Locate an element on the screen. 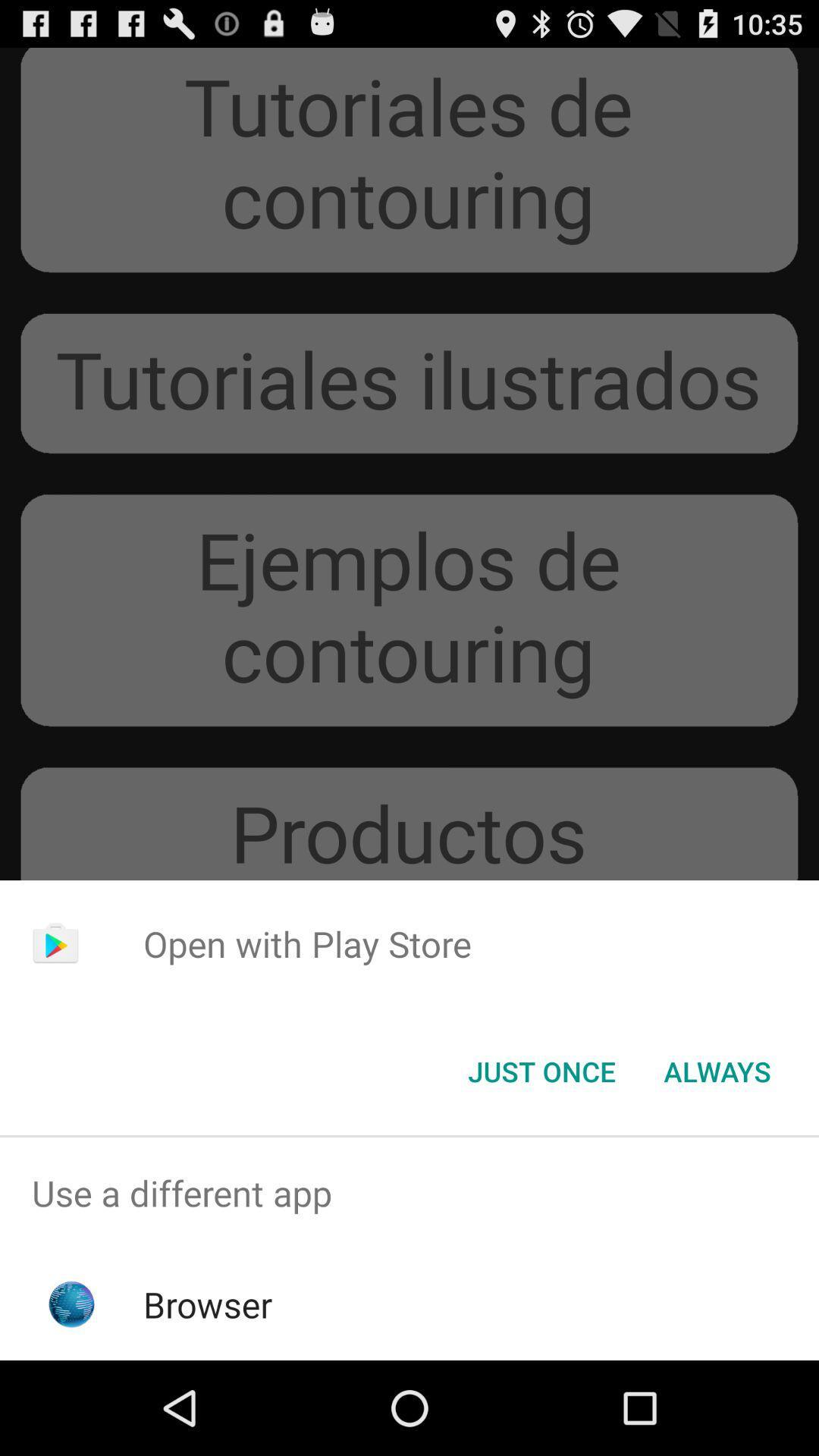 The image size is (819, 1456). always item is located at coordinates (717, 1070).